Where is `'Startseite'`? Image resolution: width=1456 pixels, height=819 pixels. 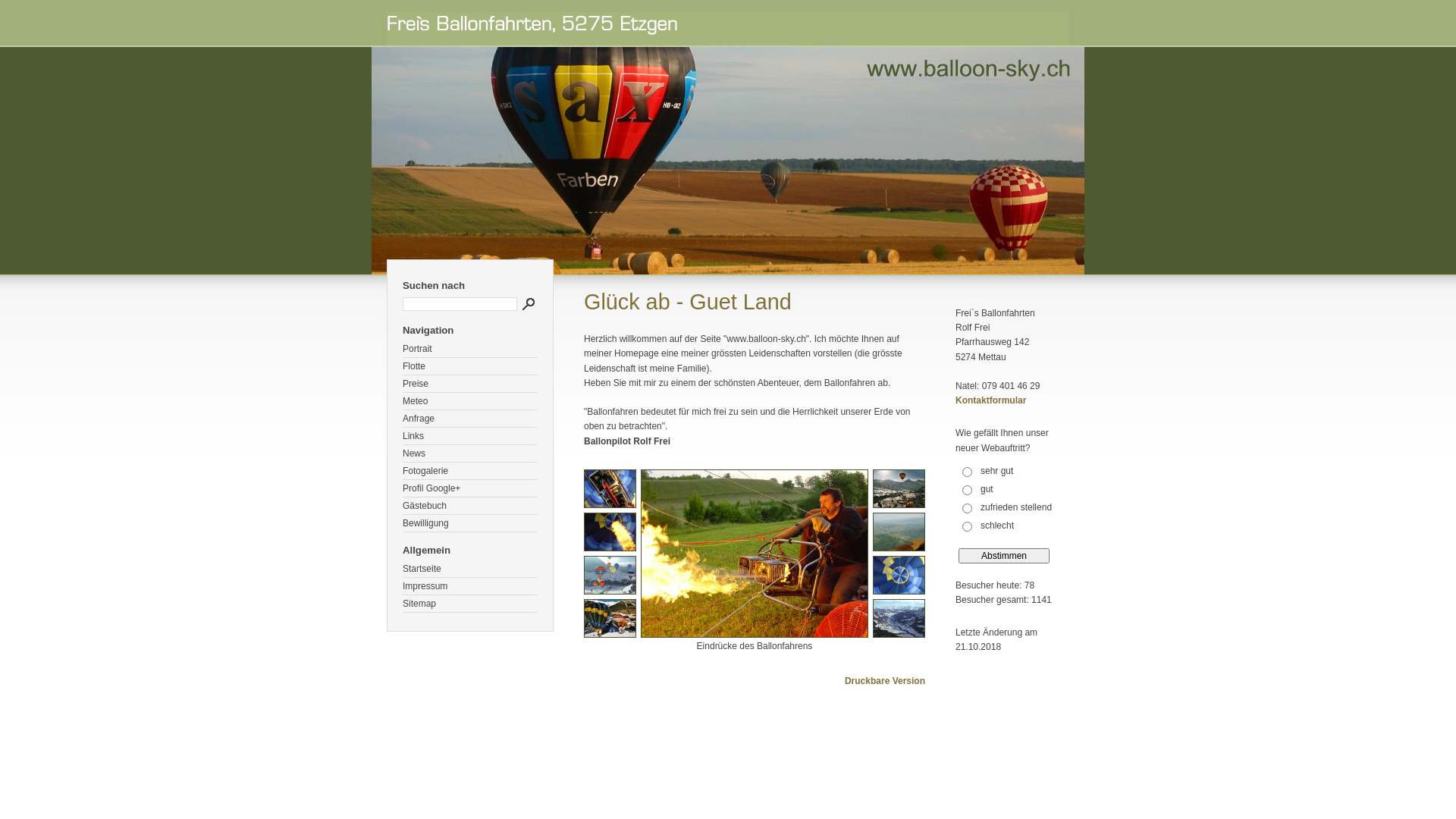 'Startseite' is located at coordinates (469, 569).